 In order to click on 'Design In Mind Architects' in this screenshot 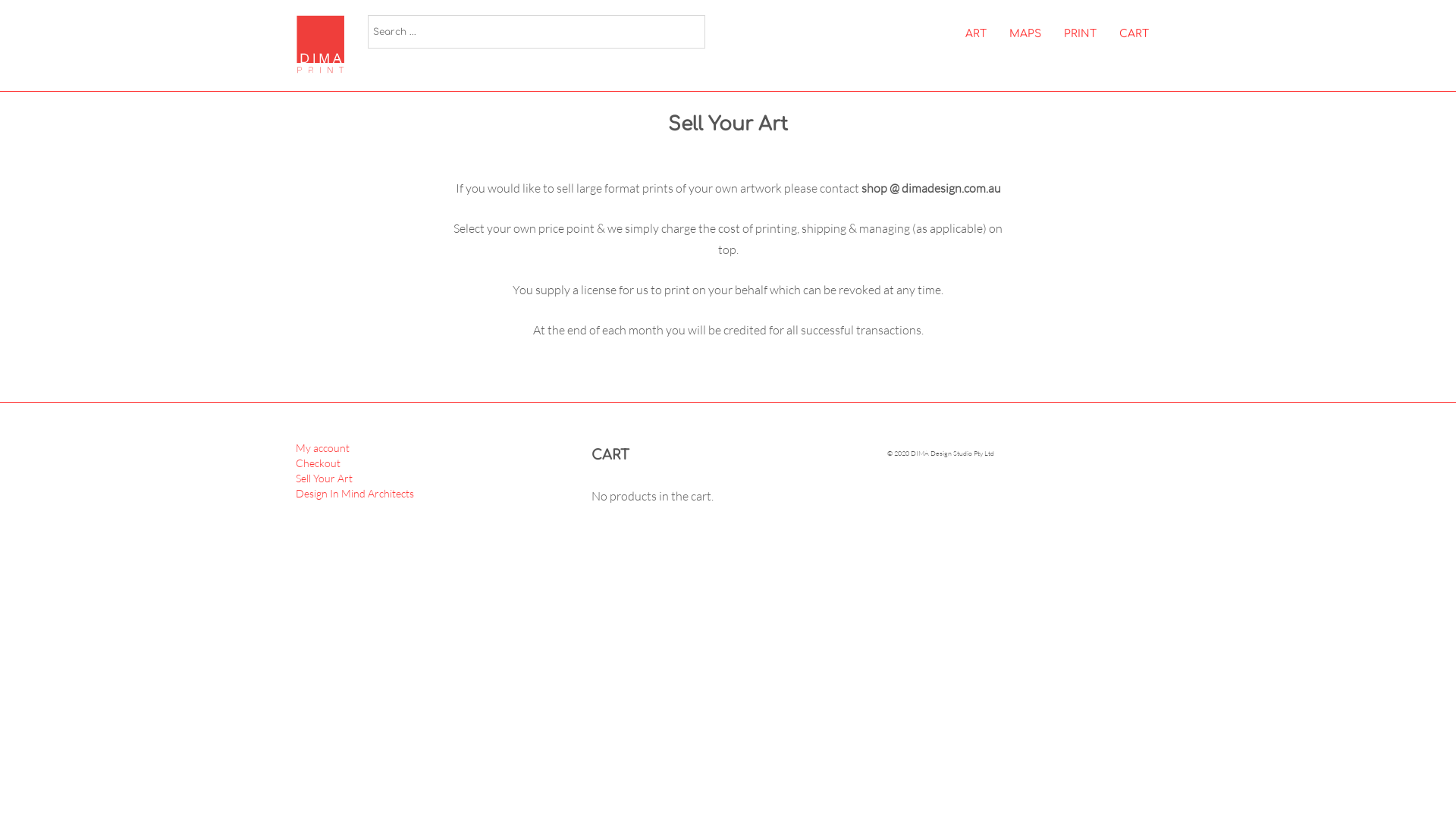, I will do `click(353, 493)`.